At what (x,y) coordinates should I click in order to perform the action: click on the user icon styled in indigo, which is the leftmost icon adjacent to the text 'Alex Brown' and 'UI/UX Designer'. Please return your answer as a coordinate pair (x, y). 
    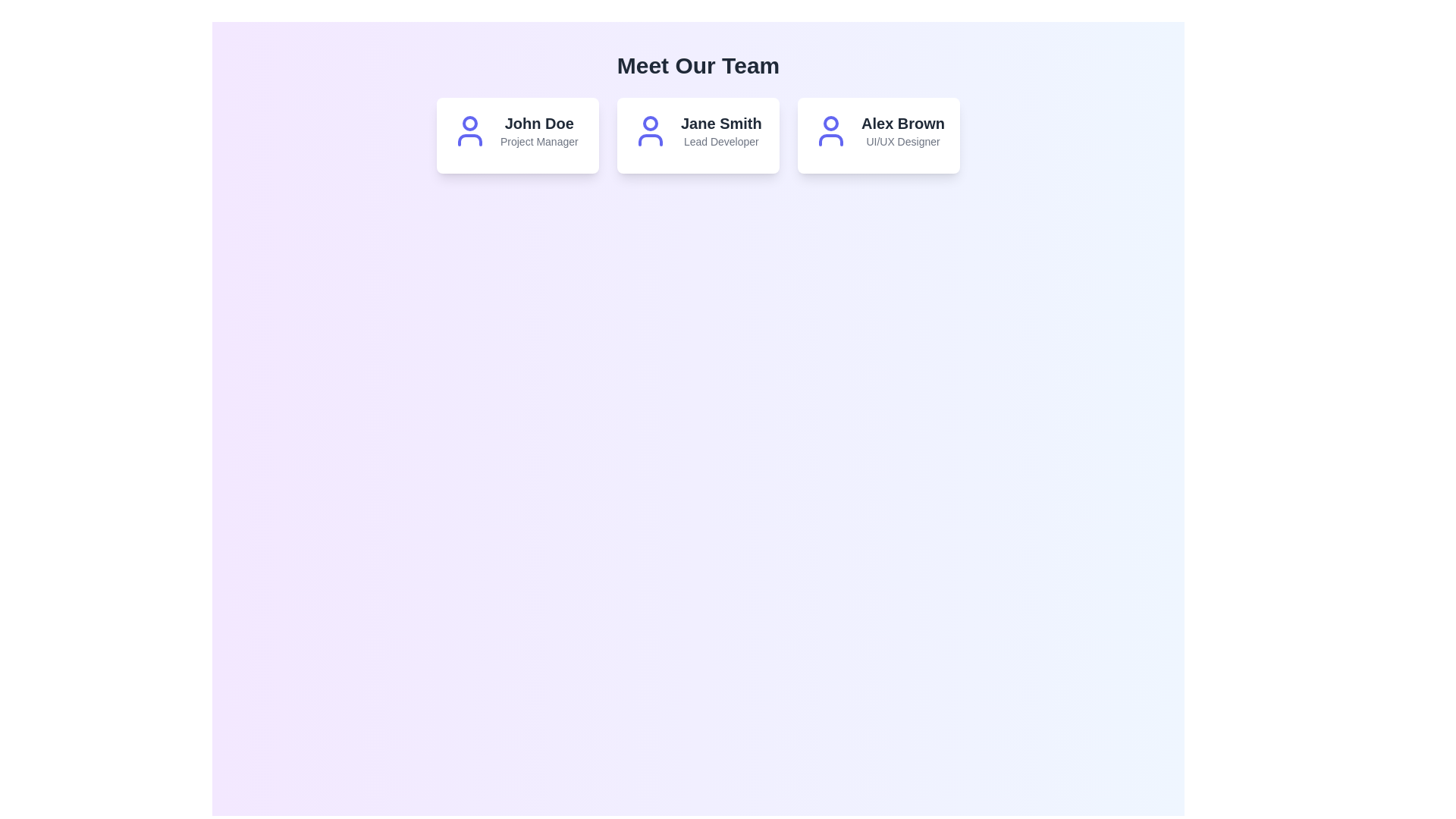
    Looking at the image, I should click on (830, 130).